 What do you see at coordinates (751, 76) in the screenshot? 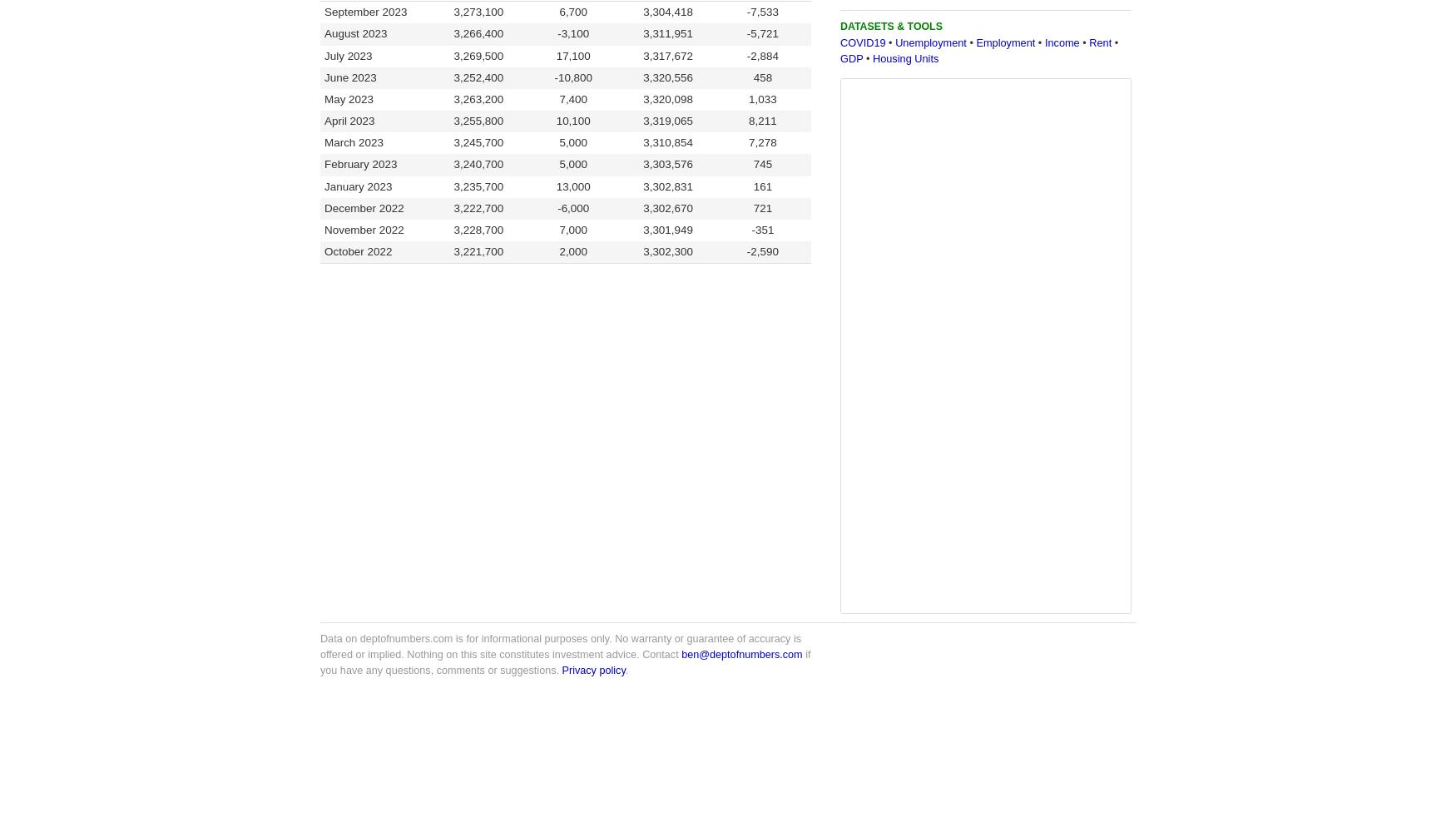
I see `'458'` at bounding box center [751, 76].